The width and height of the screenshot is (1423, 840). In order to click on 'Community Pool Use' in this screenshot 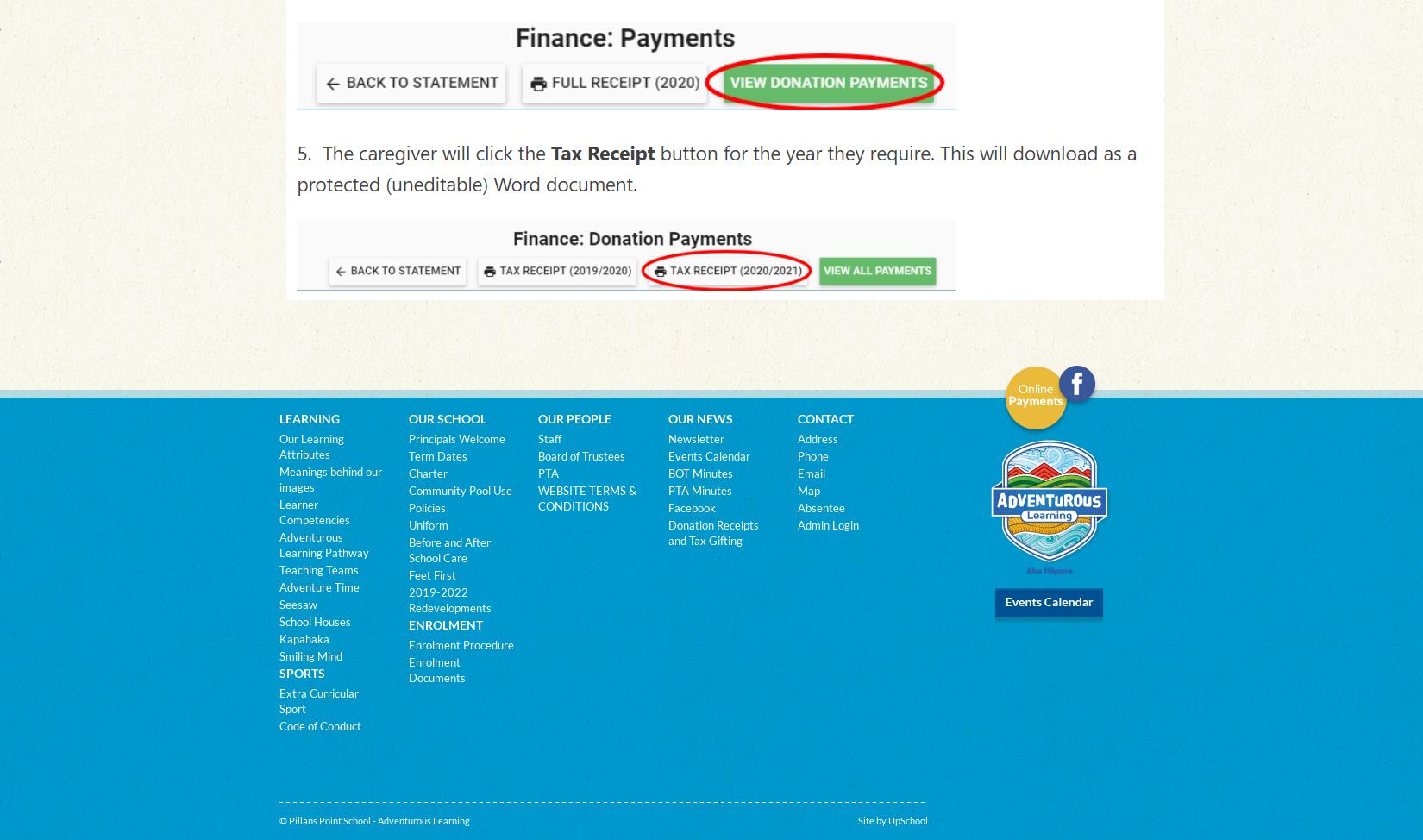, I will do `click(458, 490)`.